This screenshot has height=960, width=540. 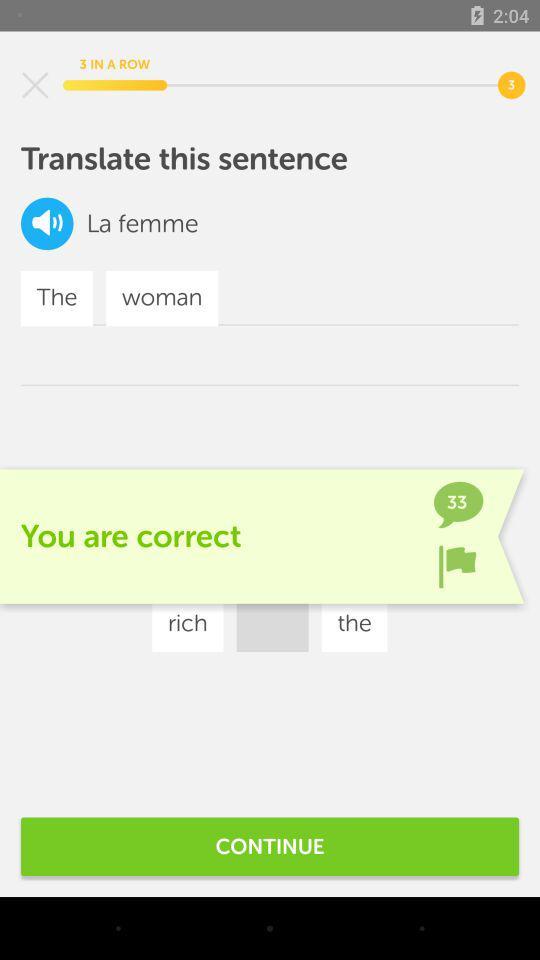 What do you see at coordinates (375, 564) in the screenshot?
I see `the am item` at bounding box center [375, 564].